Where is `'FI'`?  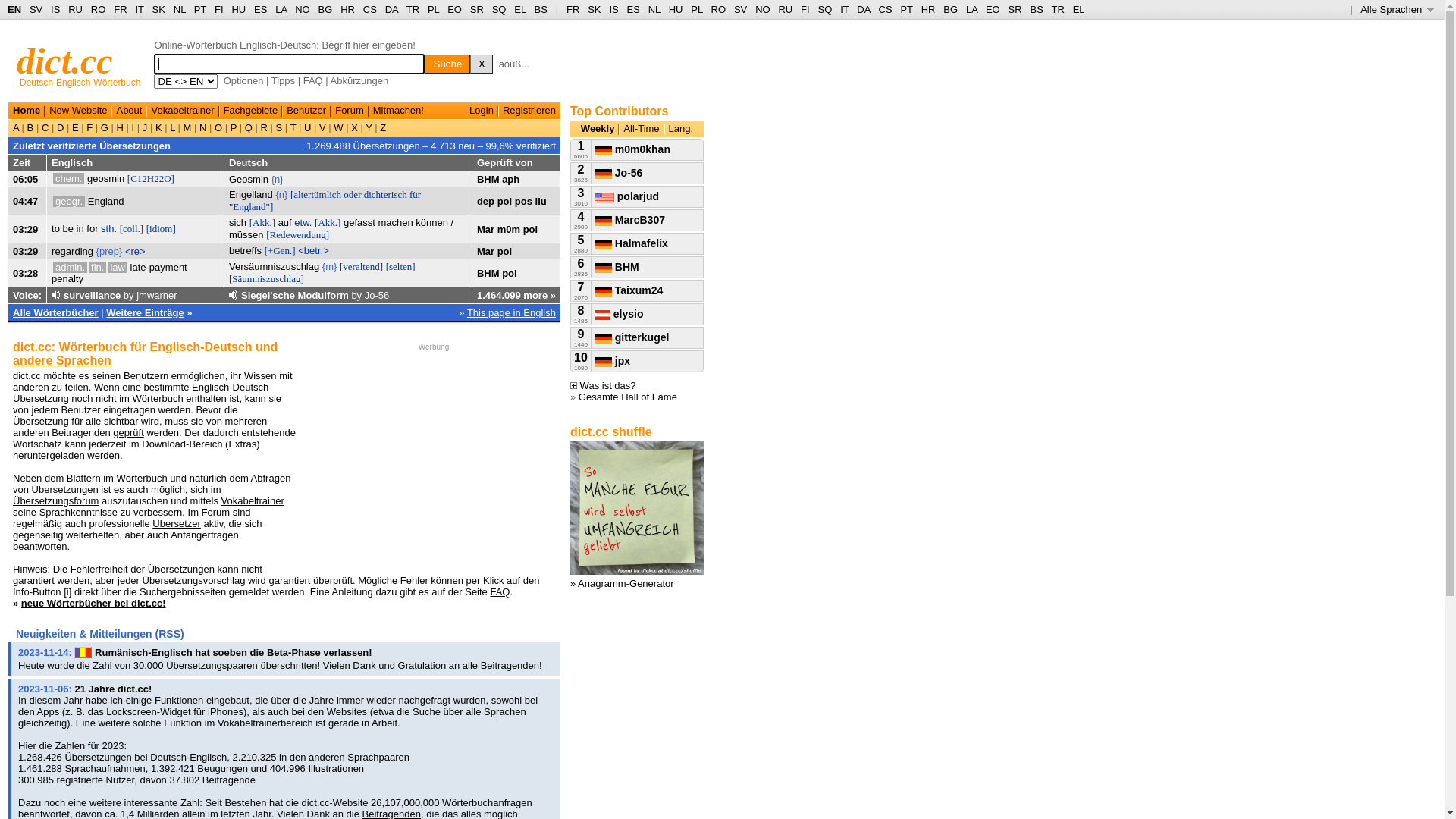 'FI' is located at coordinates (804, 9).